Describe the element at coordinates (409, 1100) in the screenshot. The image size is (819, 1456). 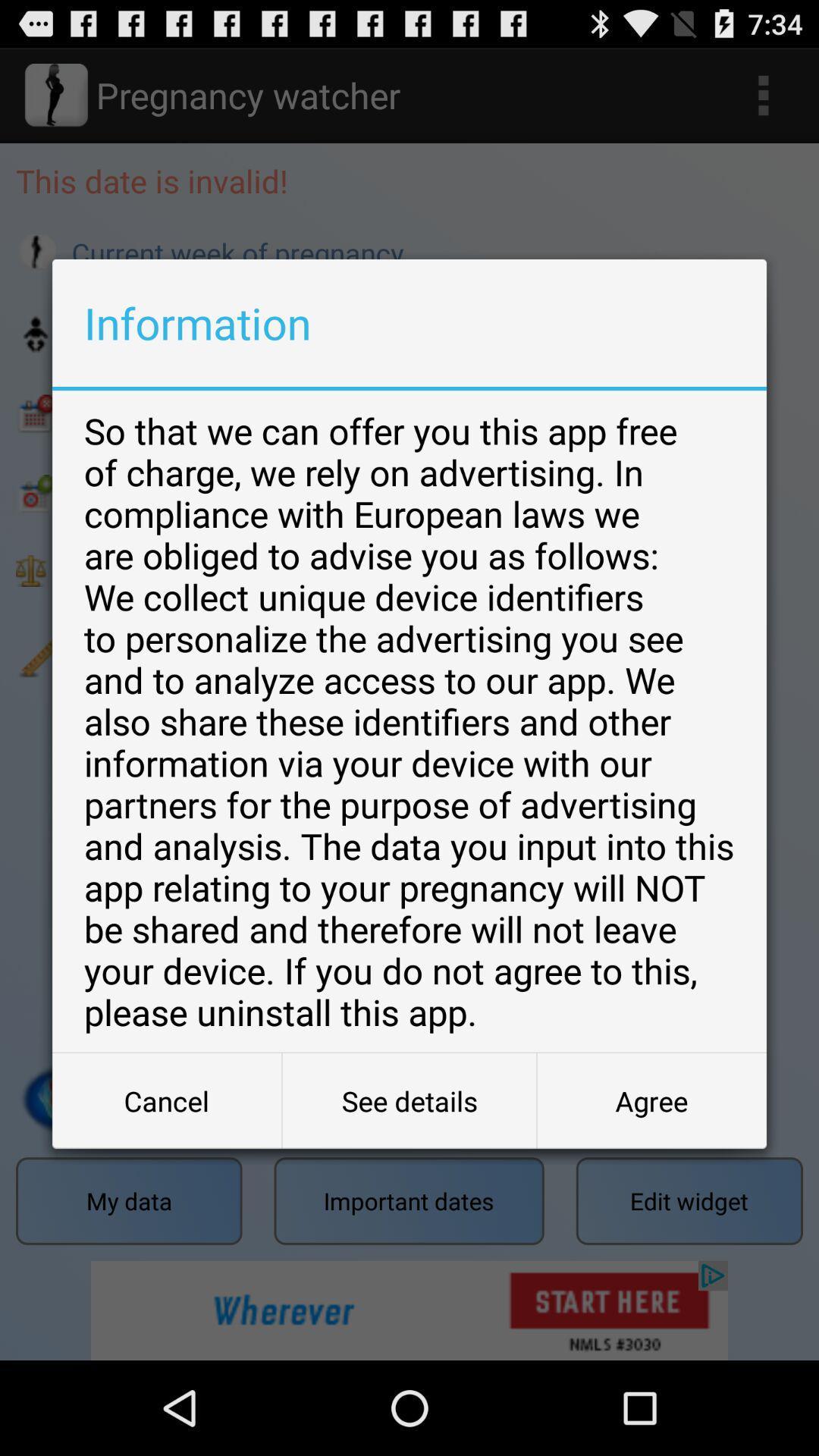
I see `the icon next to cancel item` at that location.